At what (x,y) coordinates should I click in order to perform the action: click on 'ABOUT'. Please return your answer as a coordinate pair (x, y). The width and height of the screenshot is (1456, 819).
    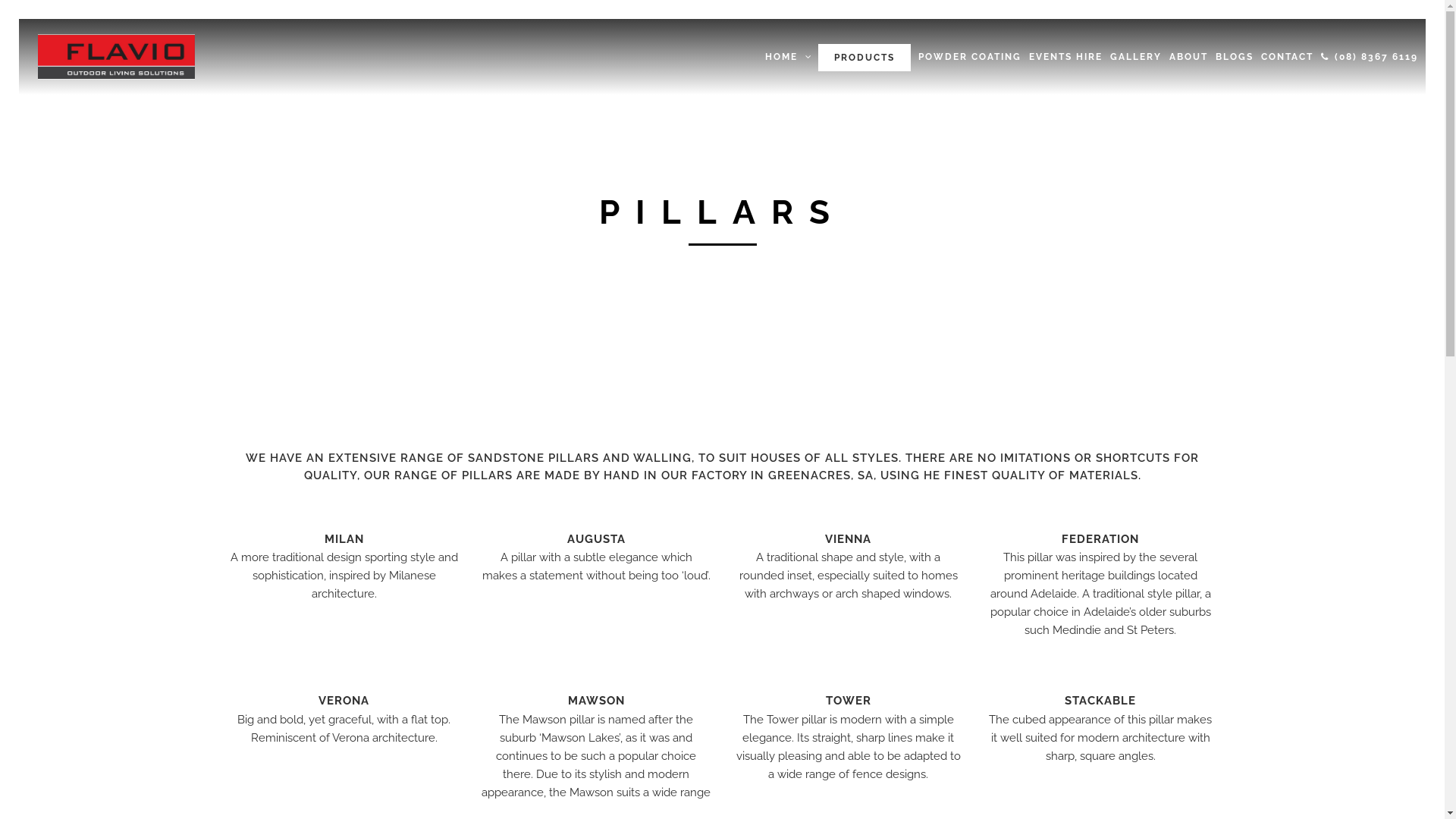
    Looking at the image, I should click on (1164, 55).